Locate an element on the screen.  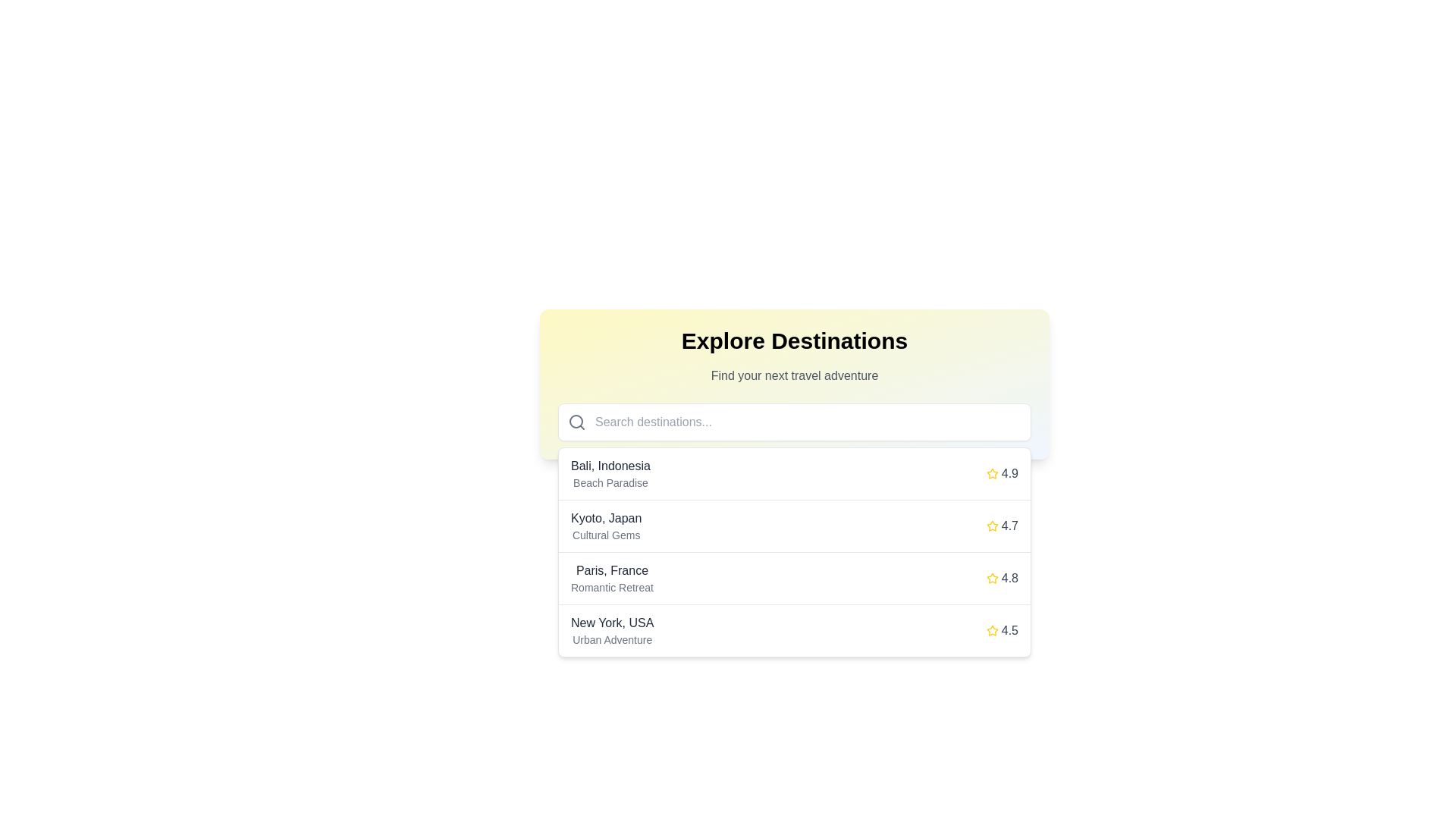
the text element displaying the title 'Bali, Indonesia', which is positioned at the top-left of a list item and above the subtitle 'Beach Paradise' is located at coordinates (610, 465).